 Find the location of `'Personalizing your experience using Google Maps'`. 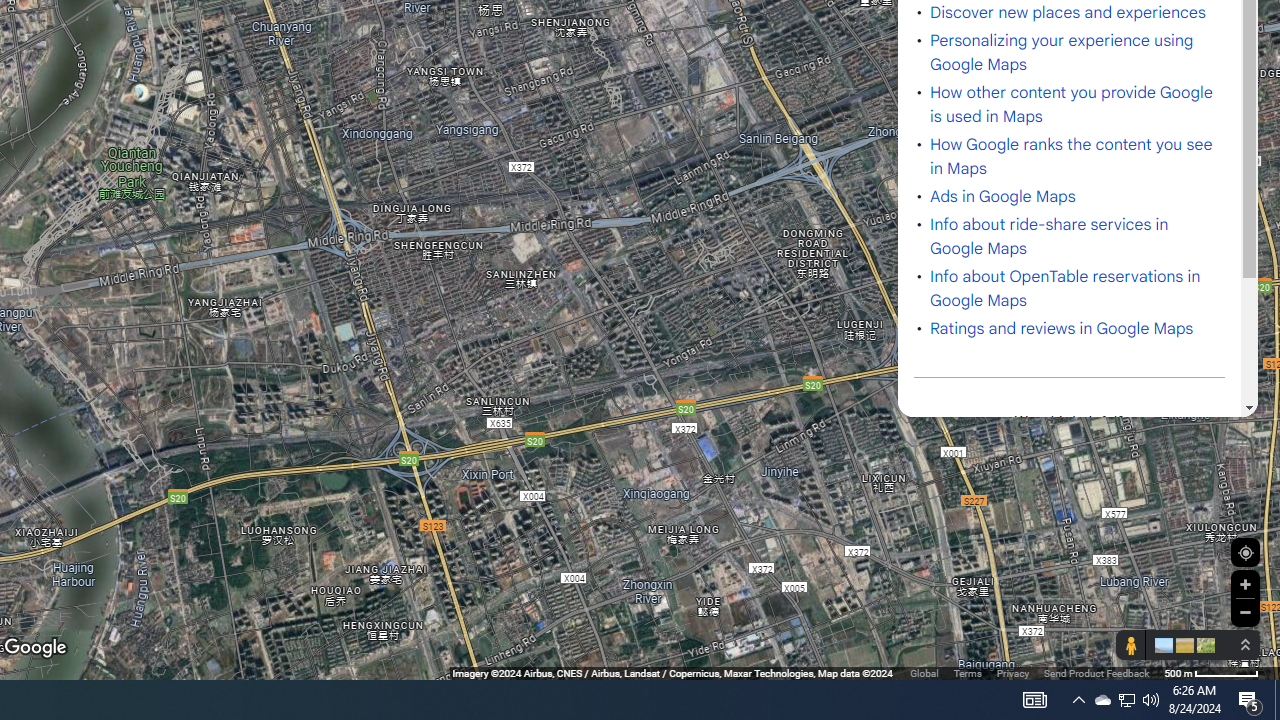

'Personalizing your experience using Google Maps' is located at coordinates (1061, 51).